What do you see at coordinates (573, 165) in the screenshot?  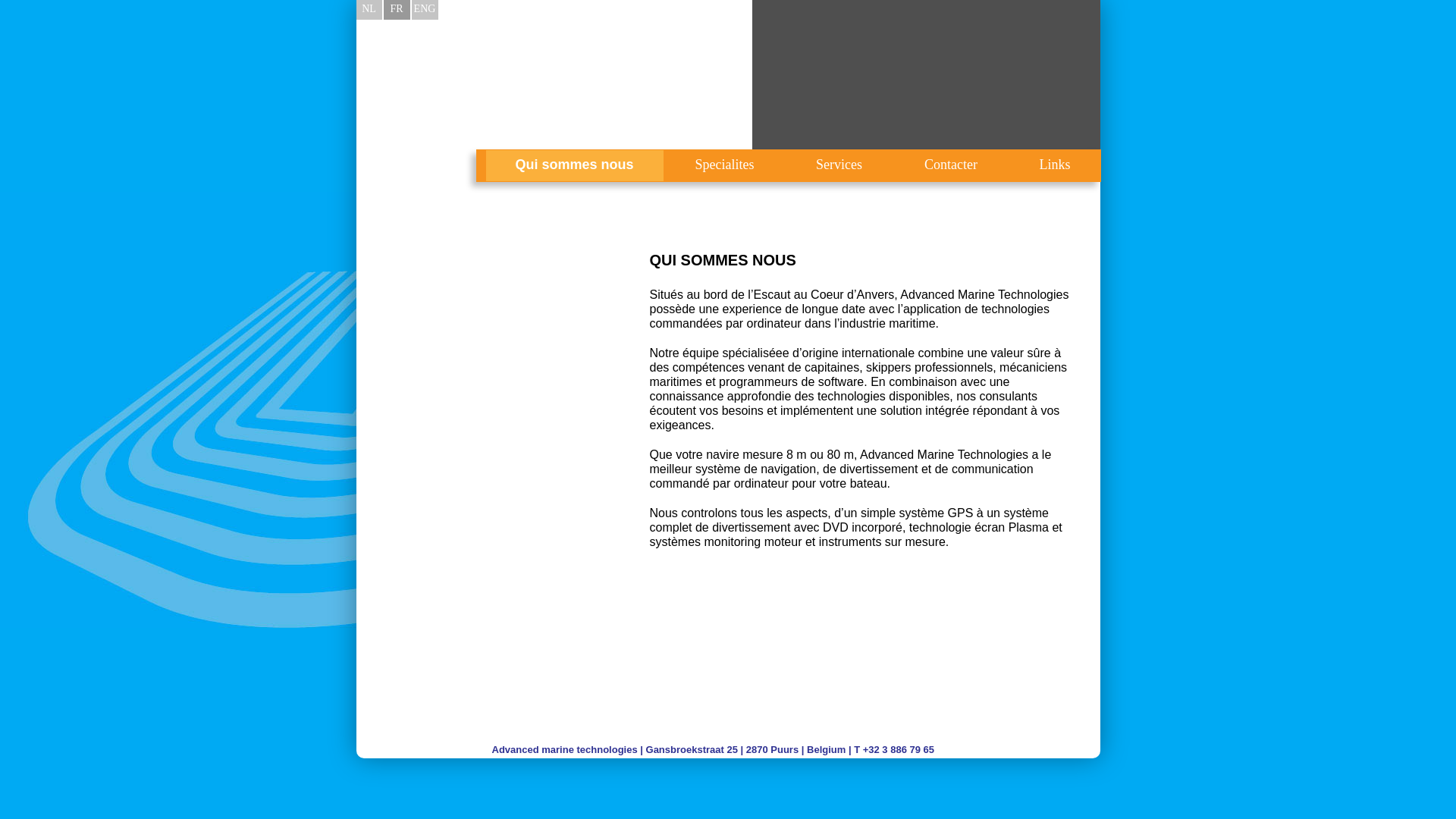 I see `'Qui sommes nous'` at bounding box center [573, 165].